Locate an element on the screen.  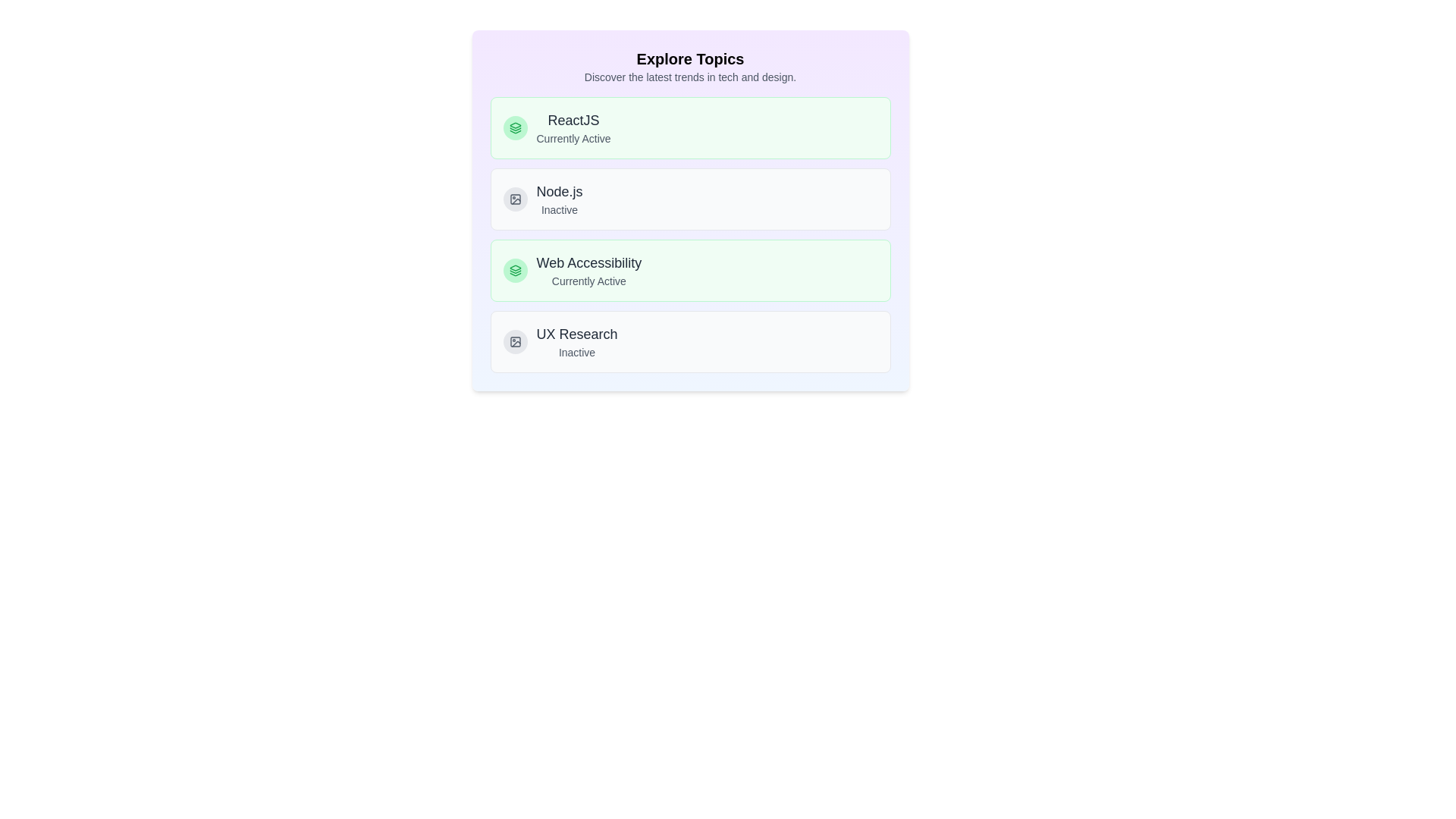
the topic ReactJS is located at coordinates (689, 127).